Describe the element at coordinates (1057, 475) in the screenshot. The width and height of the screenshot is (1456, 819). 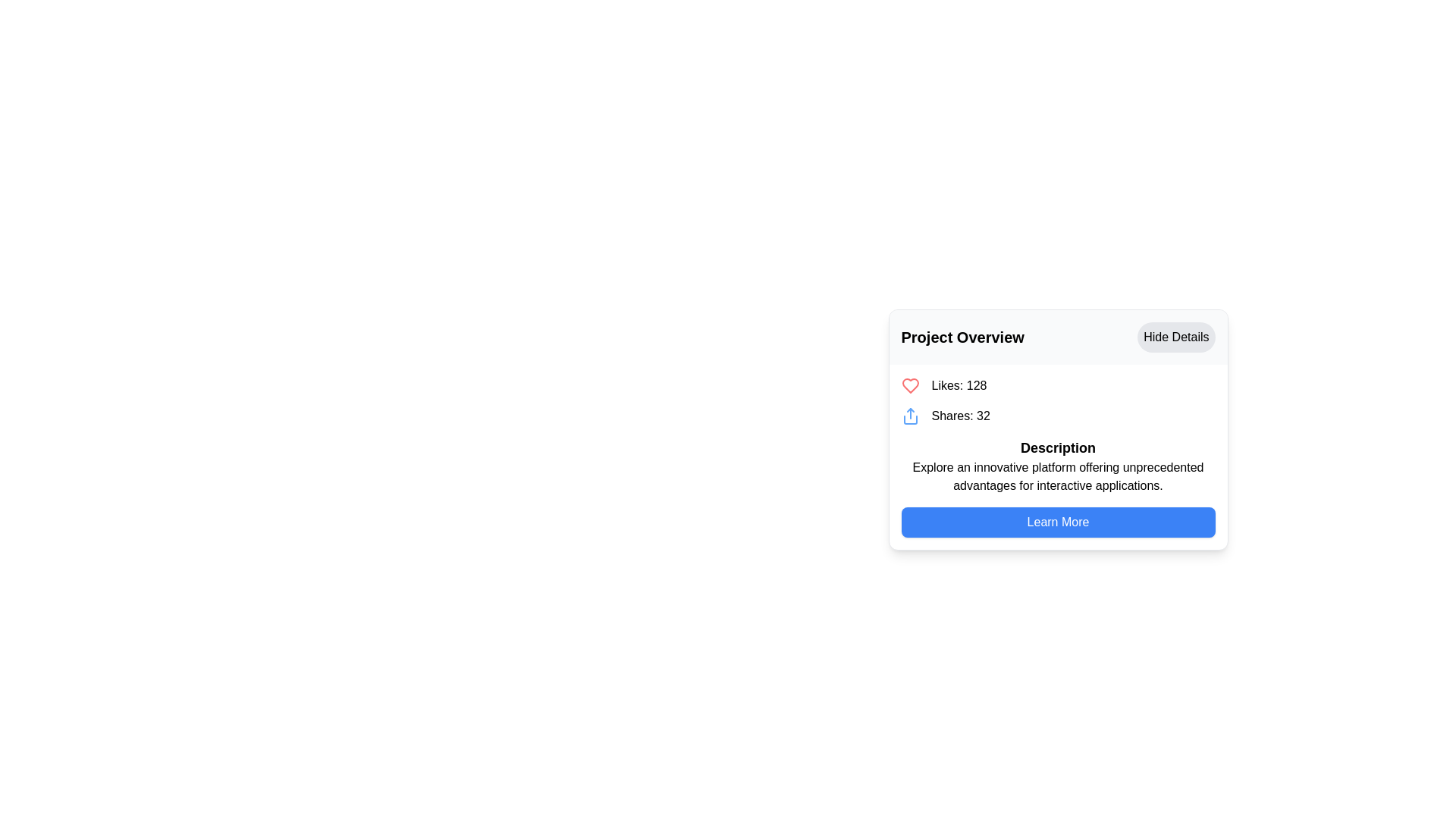
I see `text content of the Text Block located under the 'Description' heading, which contains the sentence 'Explore an innovative platform offering unprecedented advantages for interactive applications.'` at that location.